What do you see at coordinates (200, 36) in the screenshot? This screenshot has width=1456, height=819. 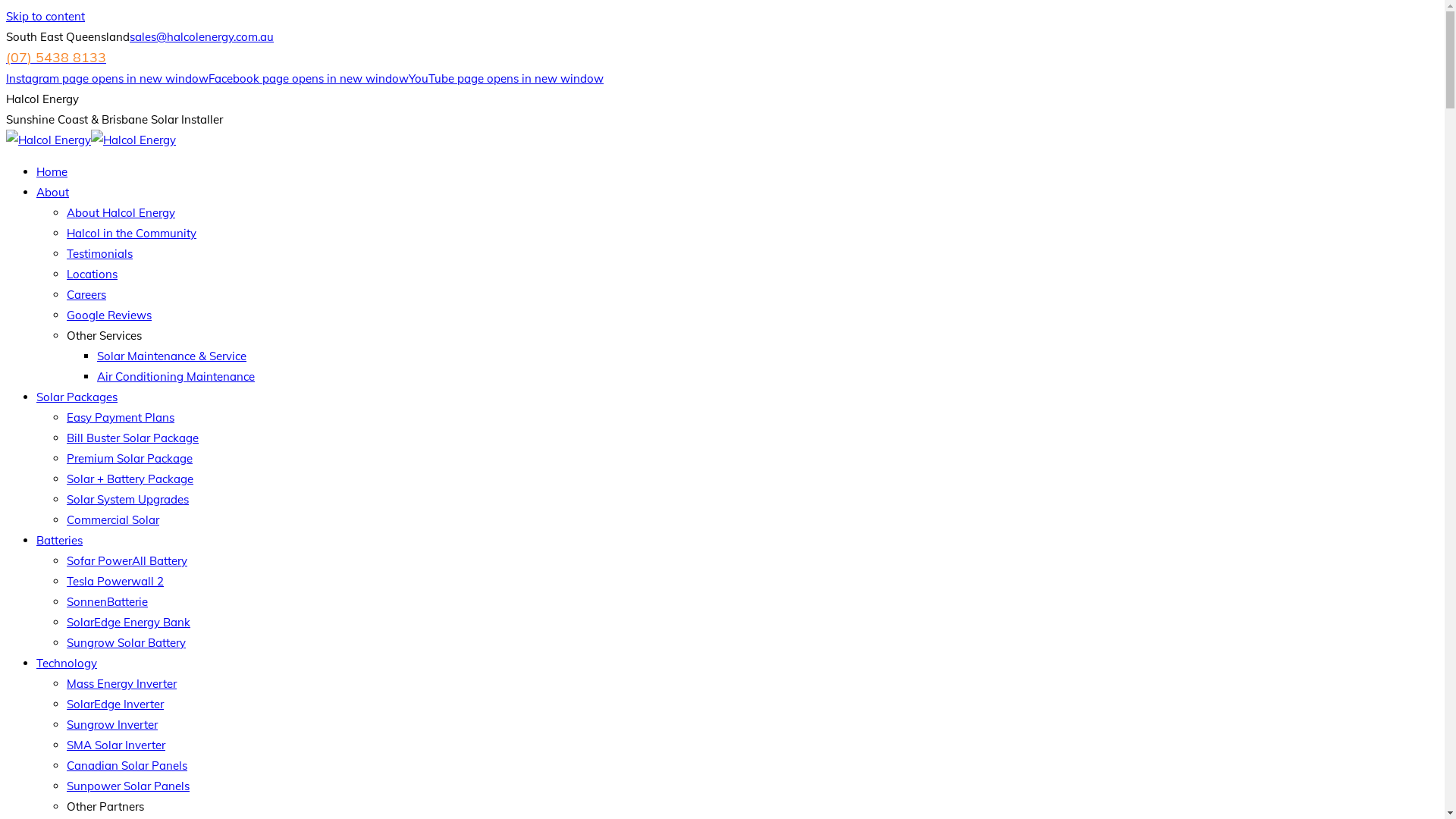 I see `'sales@halcolenergy.com.au'` at bounding box center [200, 36].